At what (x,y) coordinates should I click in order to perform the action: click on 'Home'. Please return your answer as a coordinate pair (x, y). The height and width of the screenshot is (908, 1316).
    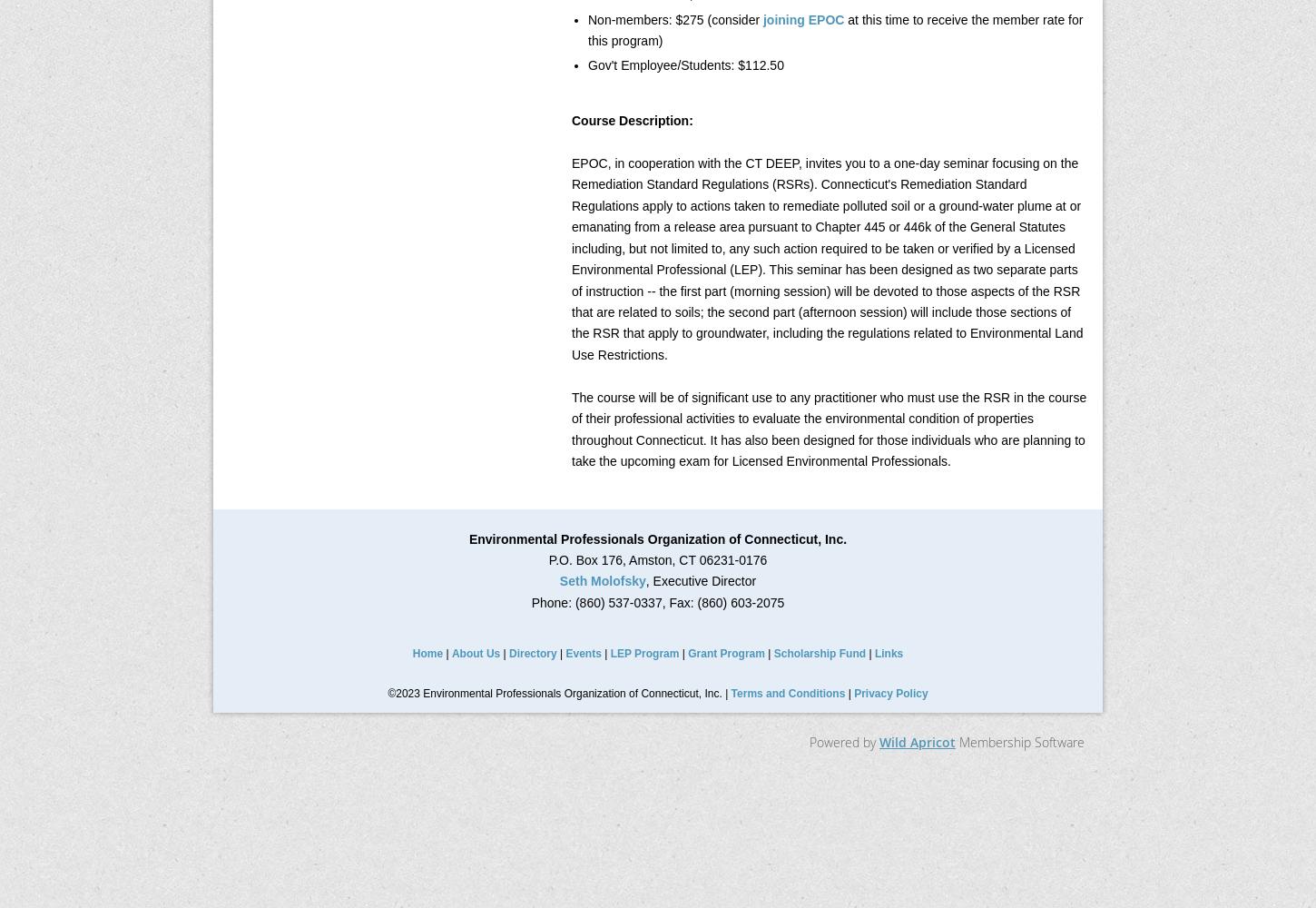
    Looking at the image, I should click on (426, 653).